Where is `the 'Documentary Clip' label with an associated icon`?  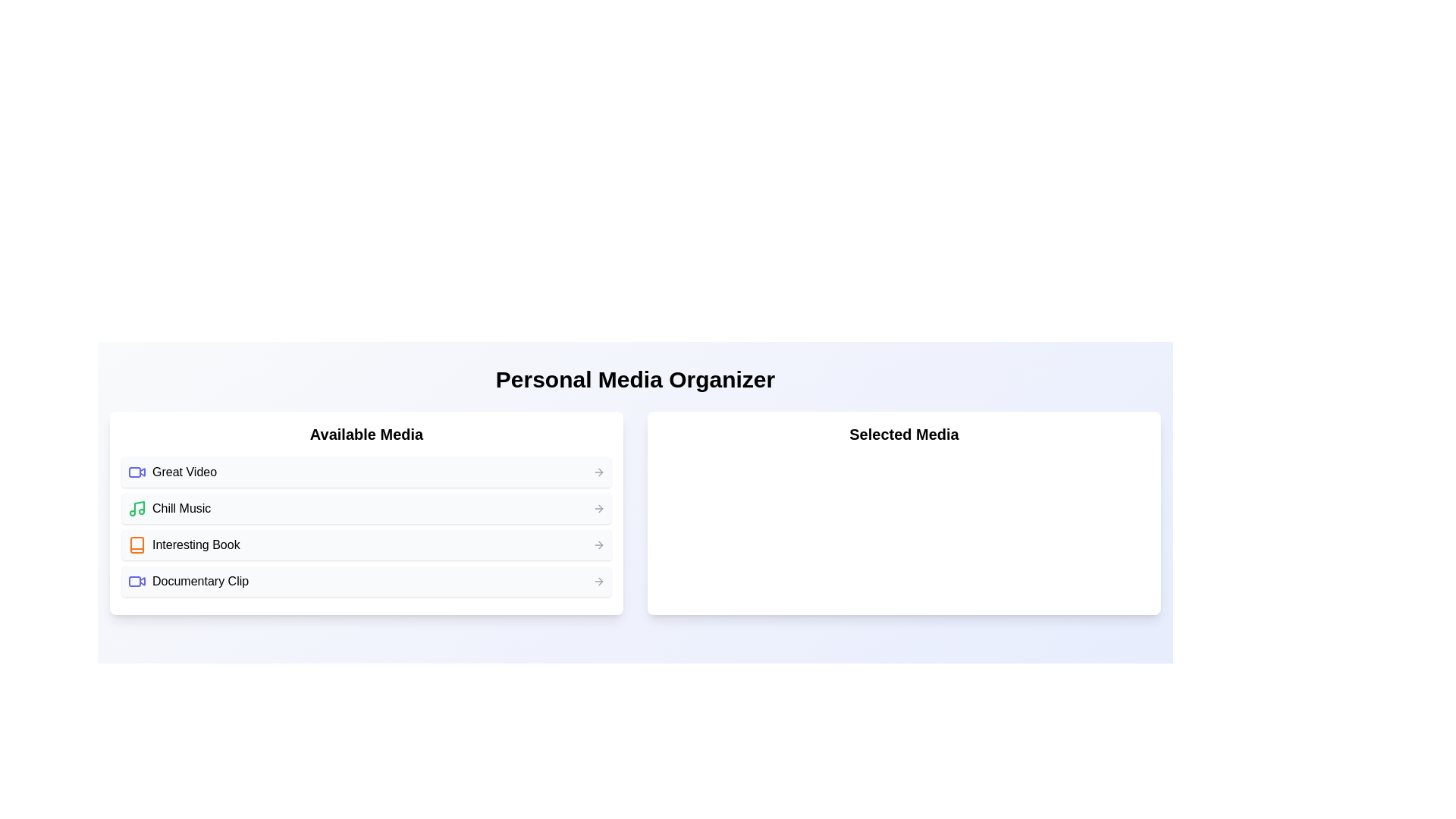 the 'Documentary Clip' label with an associated icon is located at coordinates (187, 581).